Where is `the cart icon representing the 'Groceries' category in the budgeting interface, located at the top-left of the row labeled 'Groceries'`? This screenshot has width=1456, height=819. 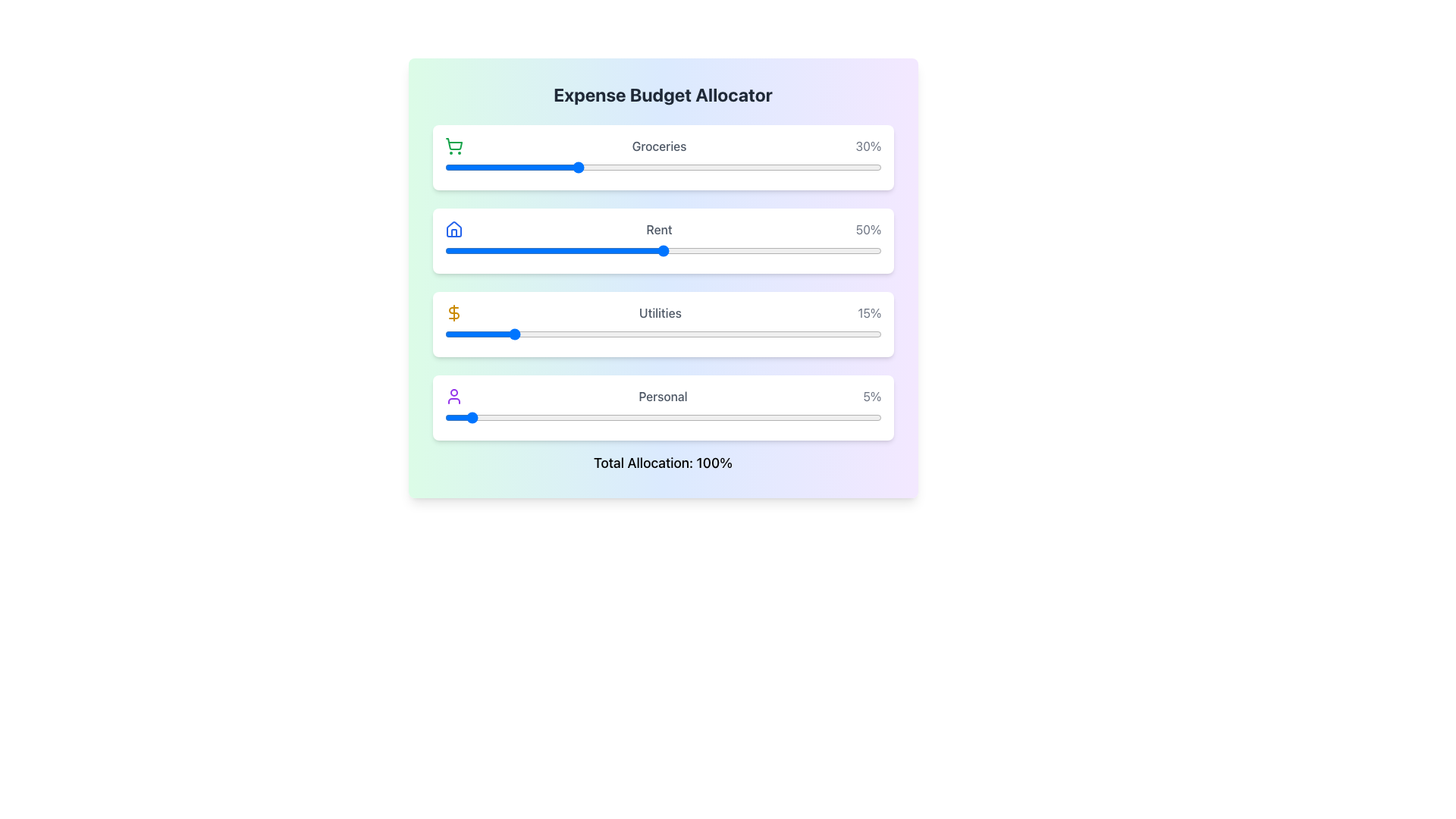
the cart icon representing the 'Groceries' category in the budgeting interface, located at the top-left of the row labeled 'Groceries' is located at coordinates (453, 146).